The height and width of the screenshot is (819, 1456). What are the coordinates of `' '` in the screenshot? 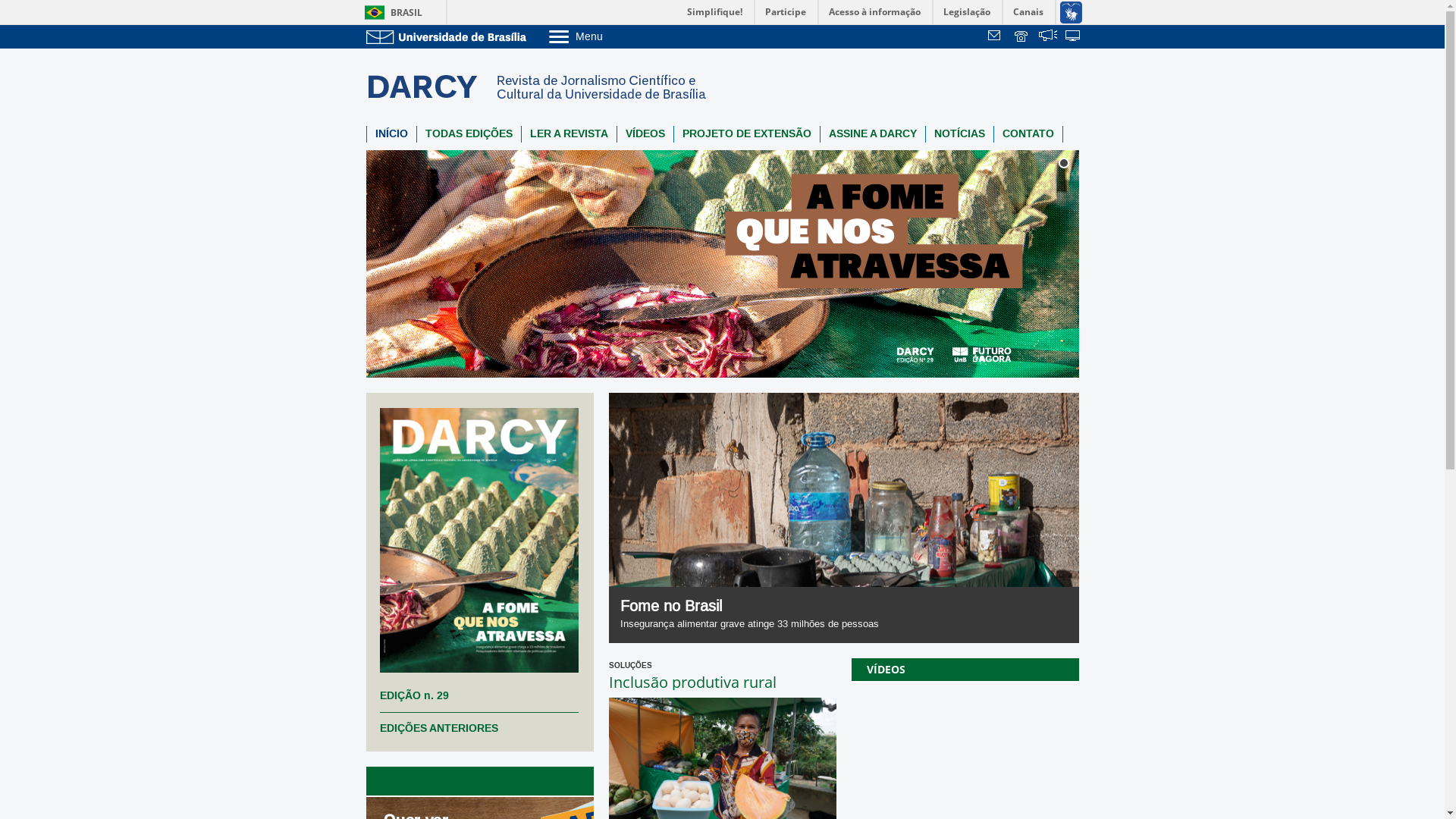 It's located at (1022, 36).